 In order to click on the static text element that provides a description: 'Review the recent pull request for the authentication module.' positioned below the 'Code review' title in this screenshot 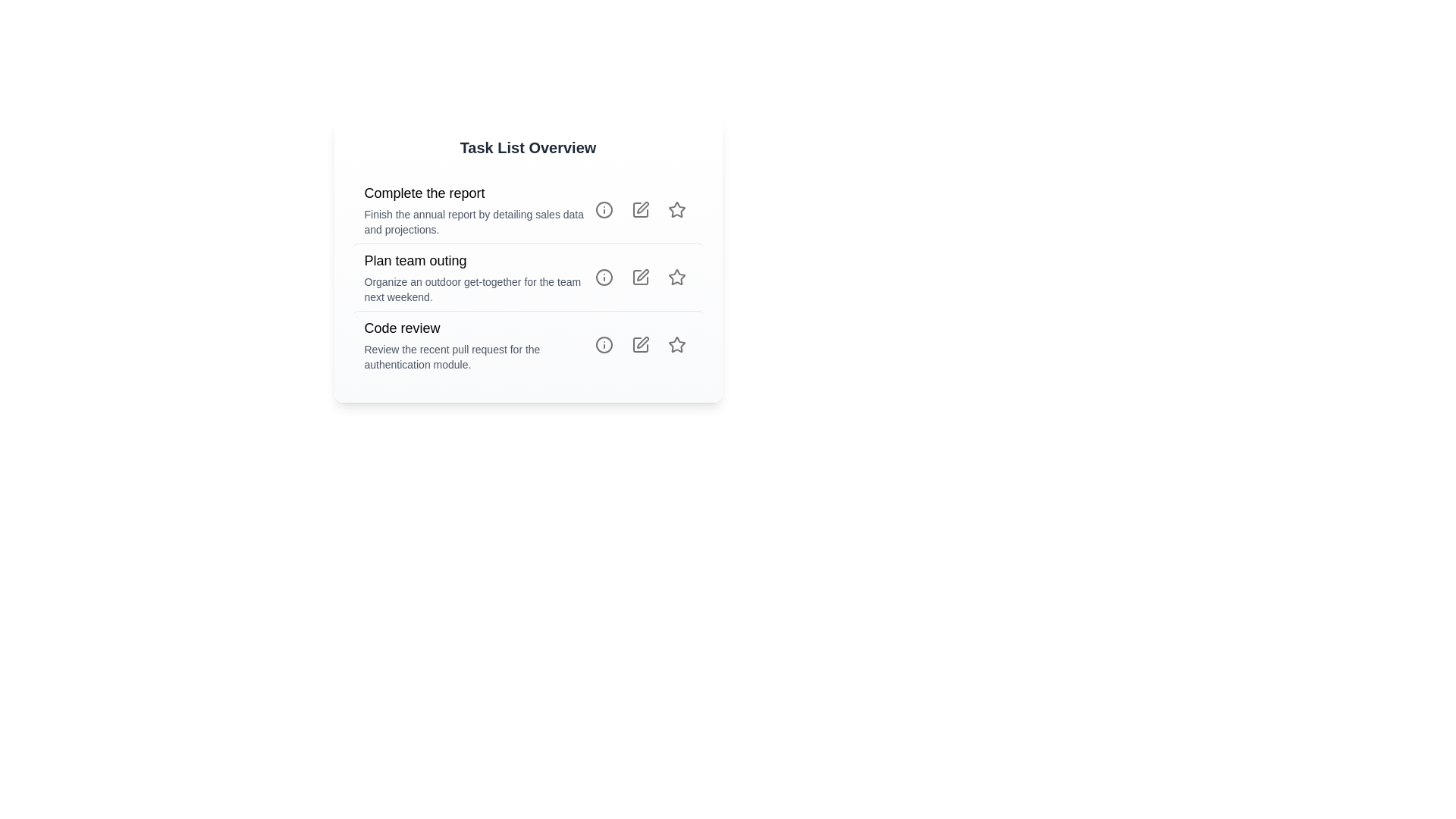, I will do `click(475, 356)`.